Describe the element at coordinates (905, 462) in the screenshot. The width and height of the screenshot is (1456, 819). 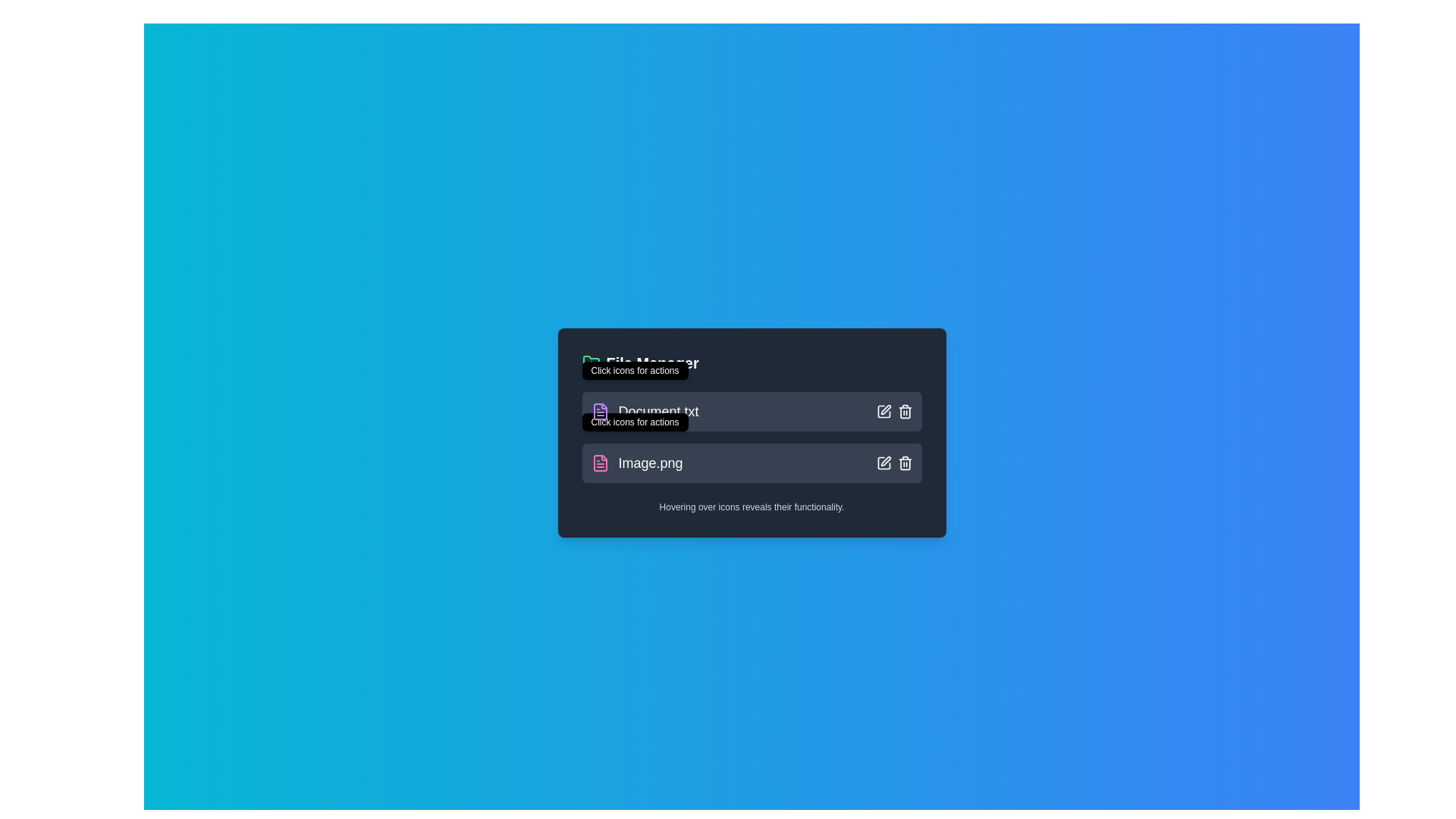
I see `the trash can icon button located in the second row of action icons, associated with deleting the item labeled 'Image.png'` at that location.